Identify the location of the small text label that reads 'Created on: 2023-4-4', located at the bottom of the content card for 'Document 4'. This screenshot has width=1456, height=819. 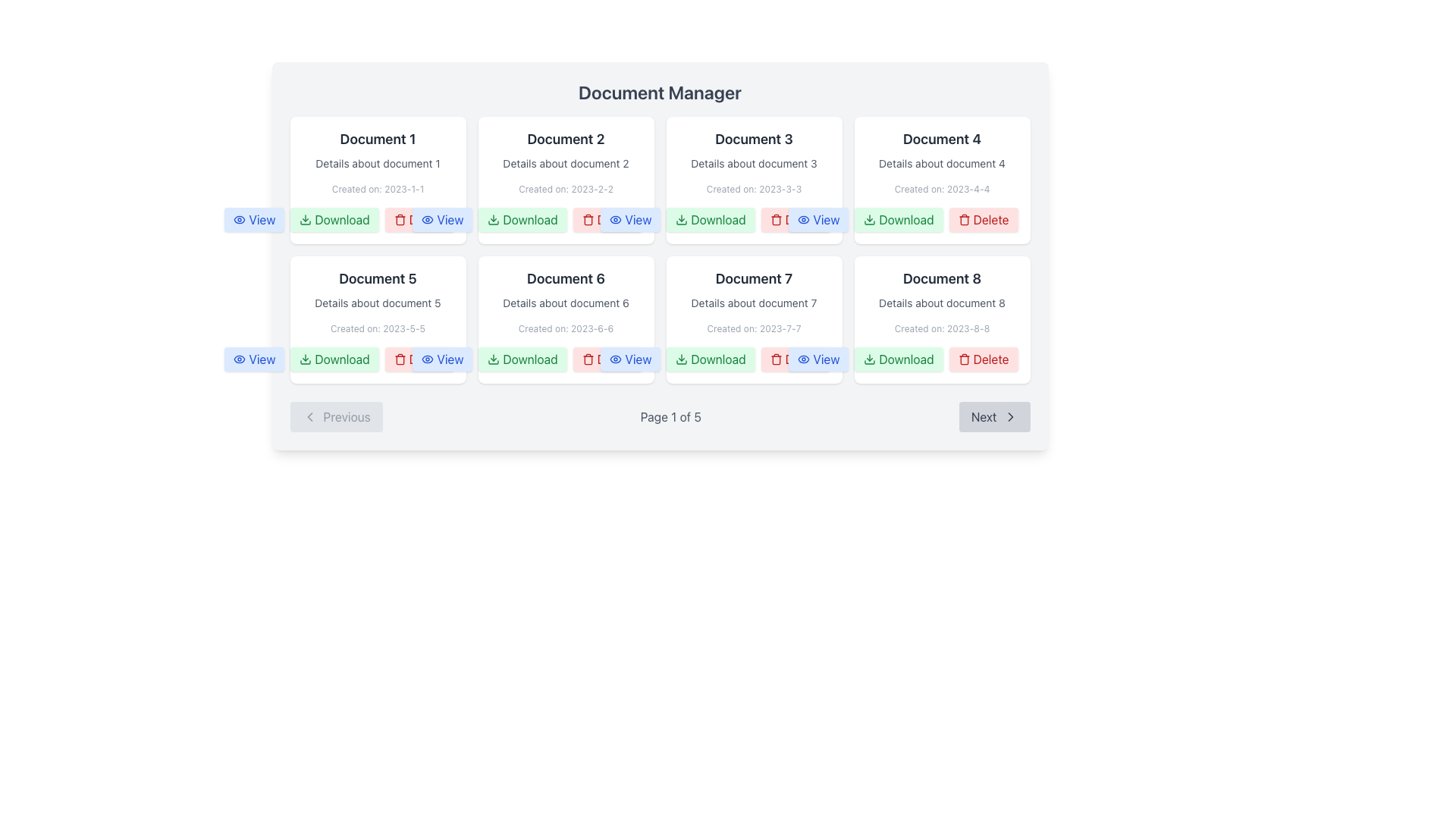
(941, 189).